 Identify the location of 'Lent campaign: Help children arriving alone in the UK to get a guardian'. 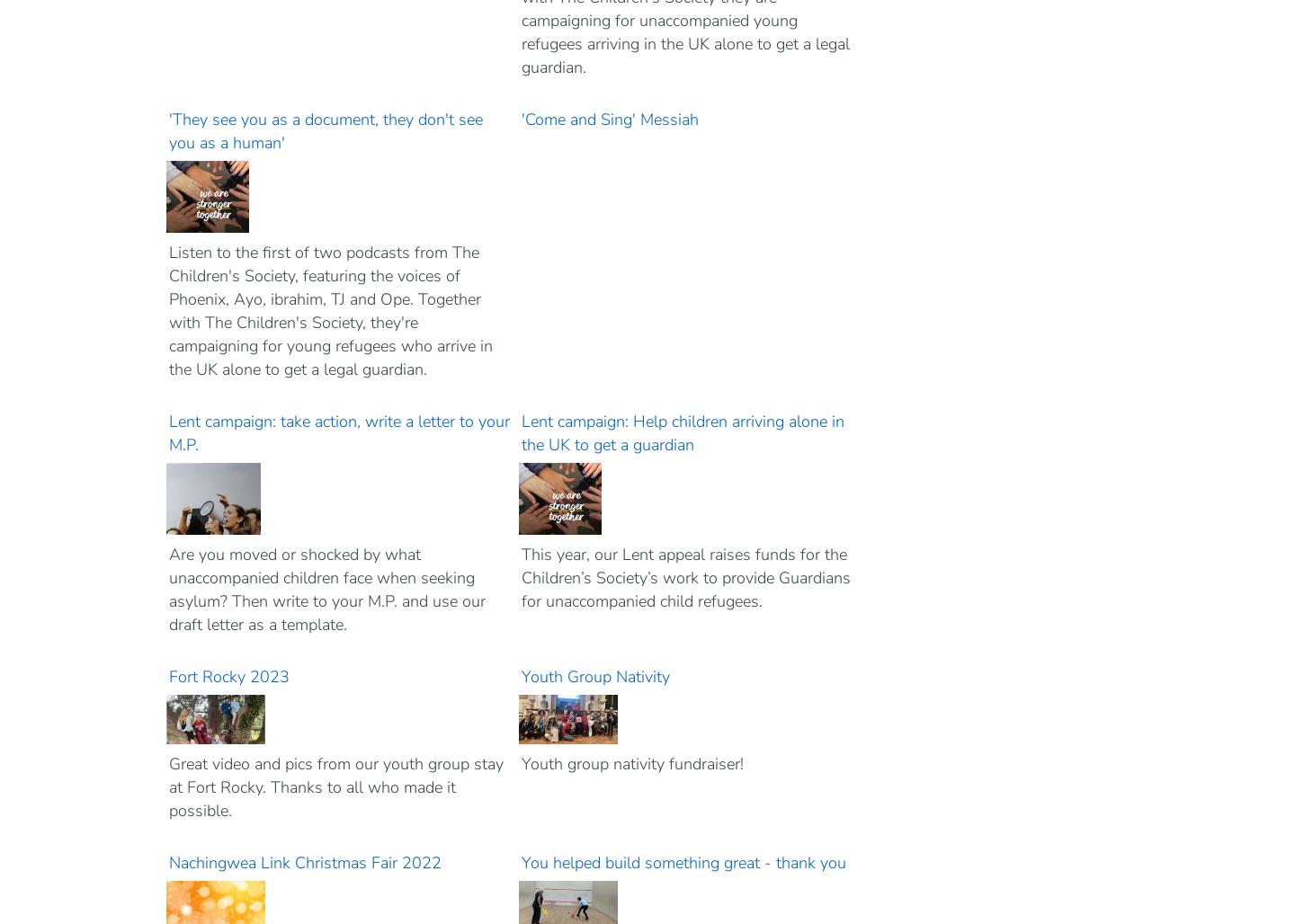
(681, 432).